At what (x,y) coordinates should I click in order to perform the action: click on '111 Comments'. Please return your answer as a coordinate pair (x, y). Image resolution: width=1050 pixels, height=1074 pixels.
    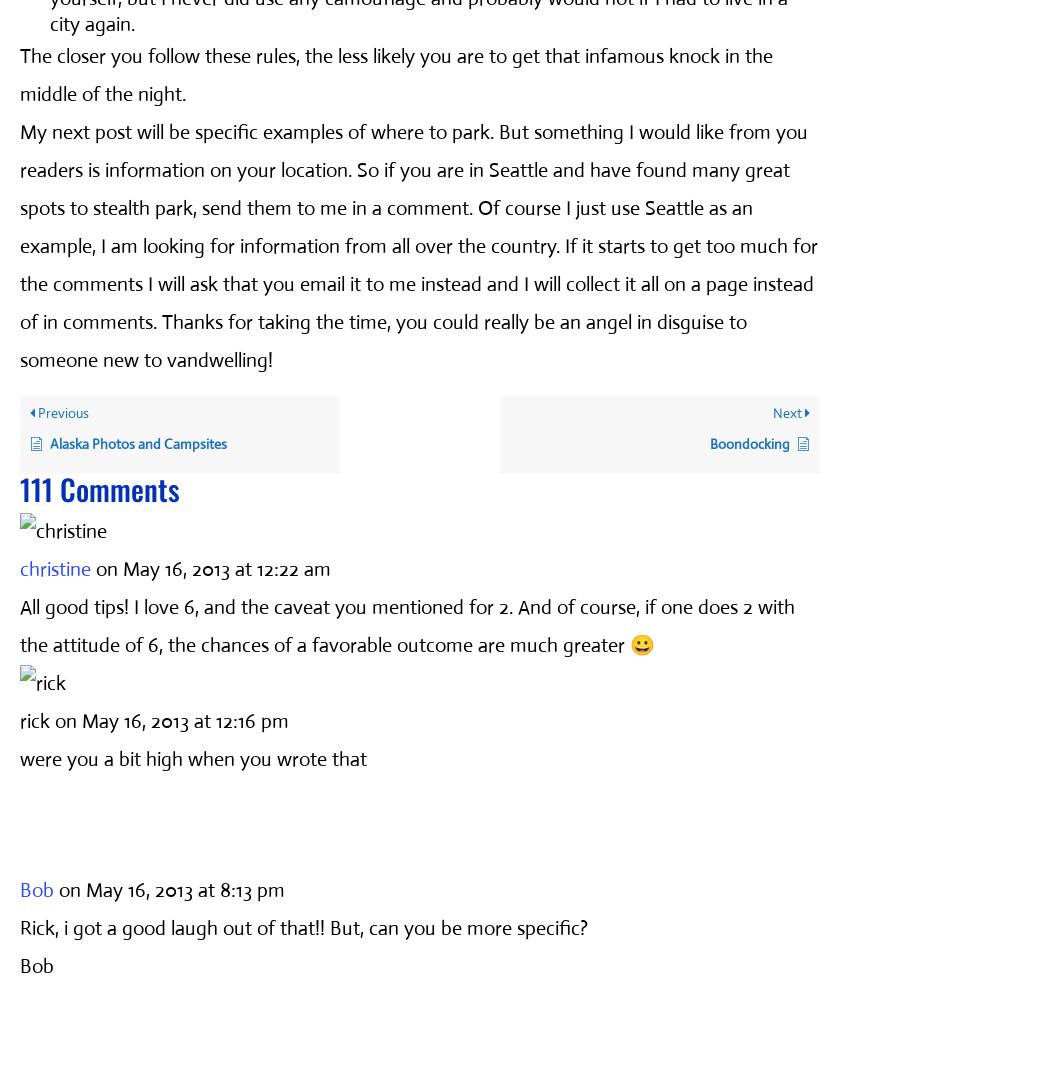
    Looking at the image, I should click on (19, 487).